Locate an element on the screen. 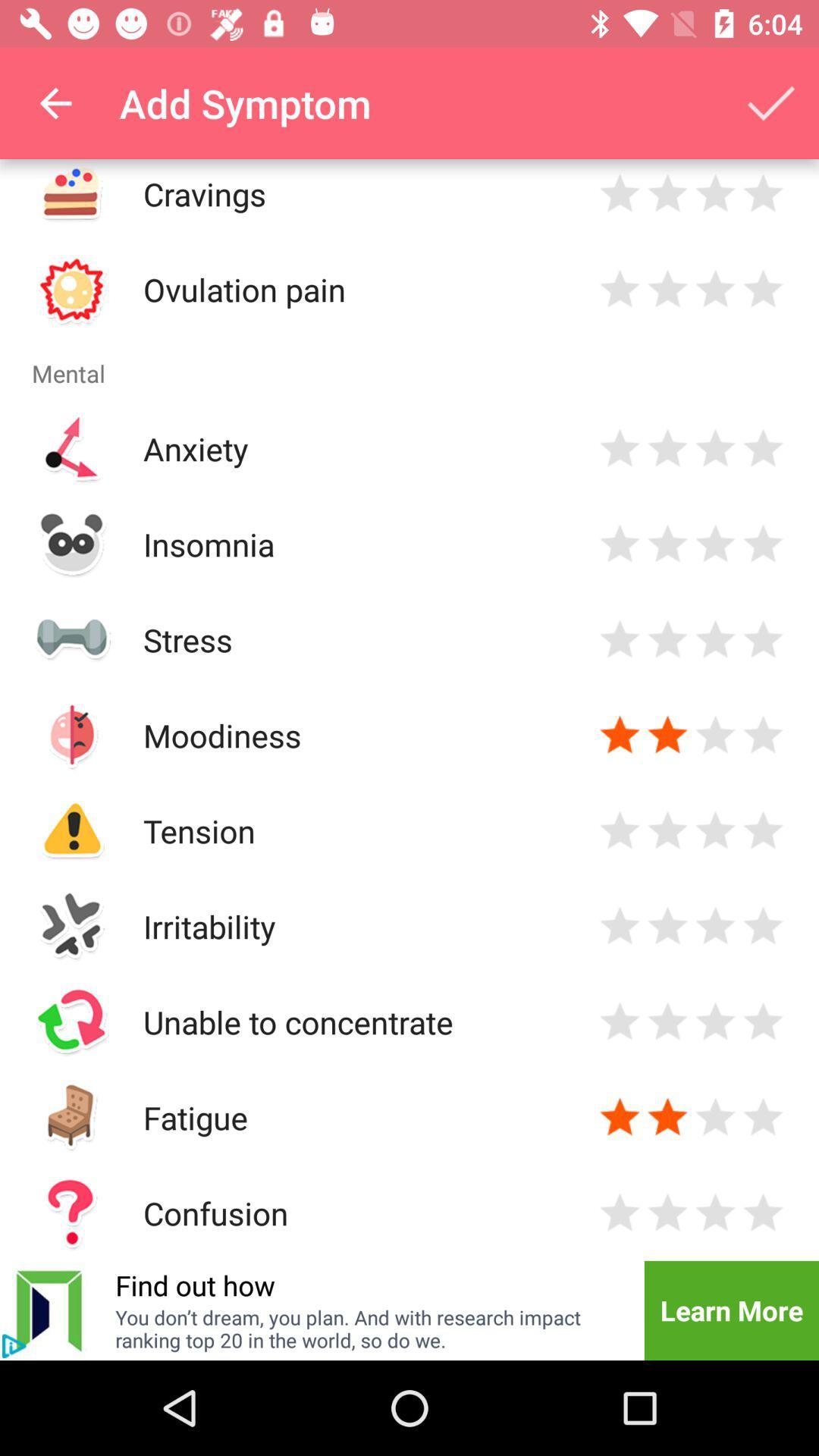  rate 5 stars is located at coordinates (763, 925).